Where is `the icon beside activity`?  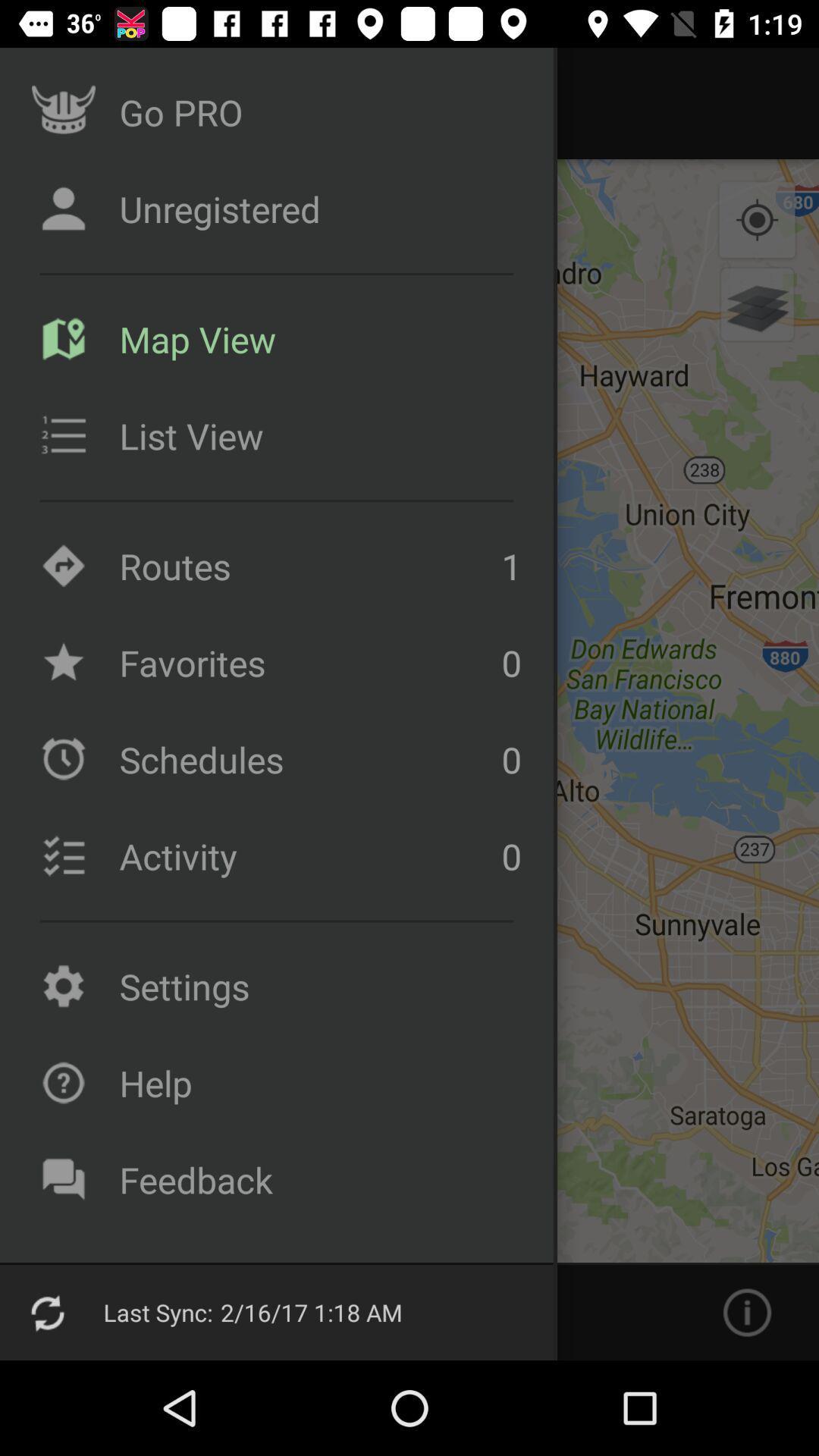 the icon beside activity is located at coordinates (63, 855).